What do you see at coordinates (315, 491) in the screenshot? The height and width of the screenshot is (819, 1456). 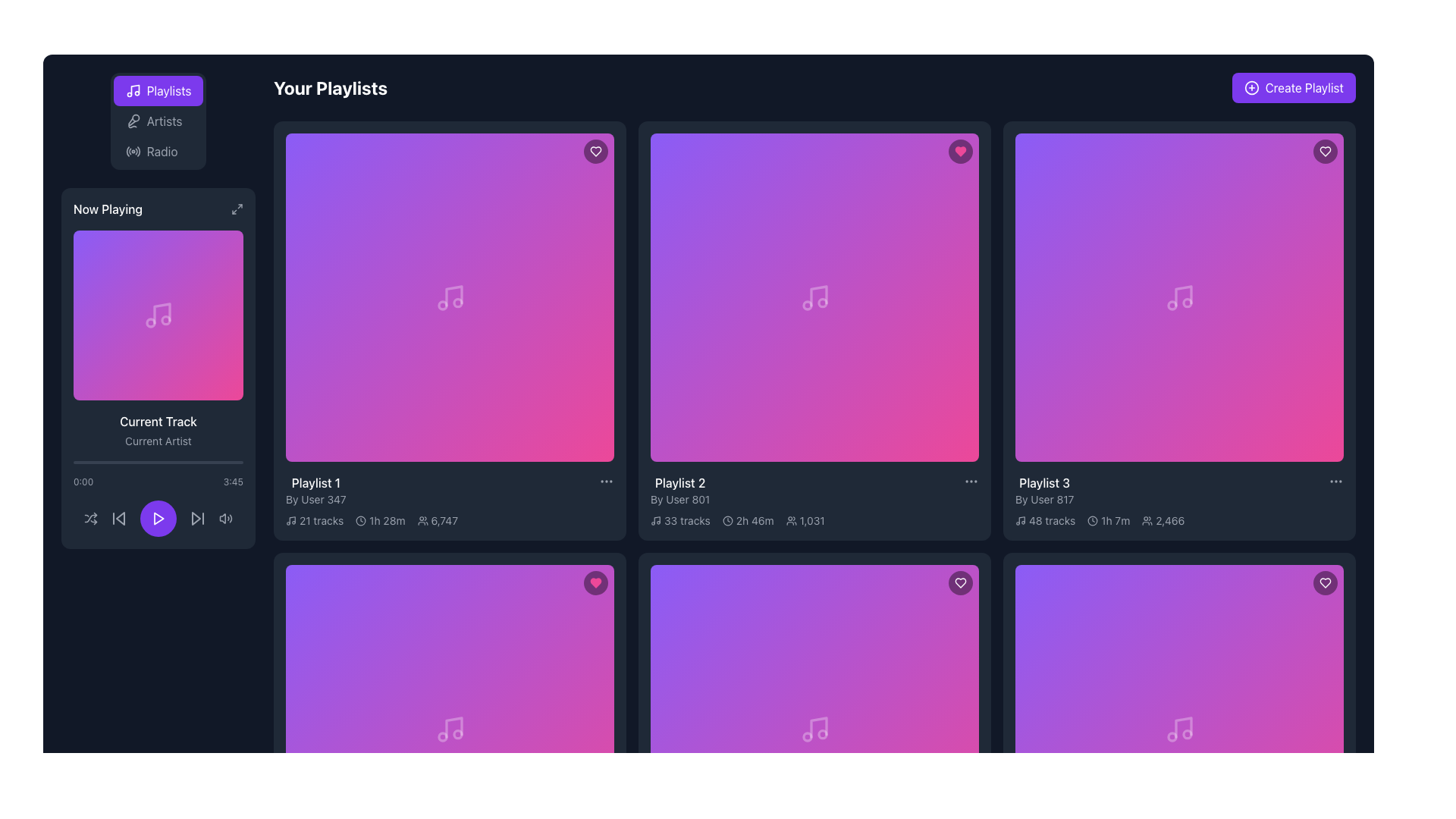 I see `the 'Playlist 1' title and subtitle text display in the 'Your Playlists' section` at bounding box center [315, 491].